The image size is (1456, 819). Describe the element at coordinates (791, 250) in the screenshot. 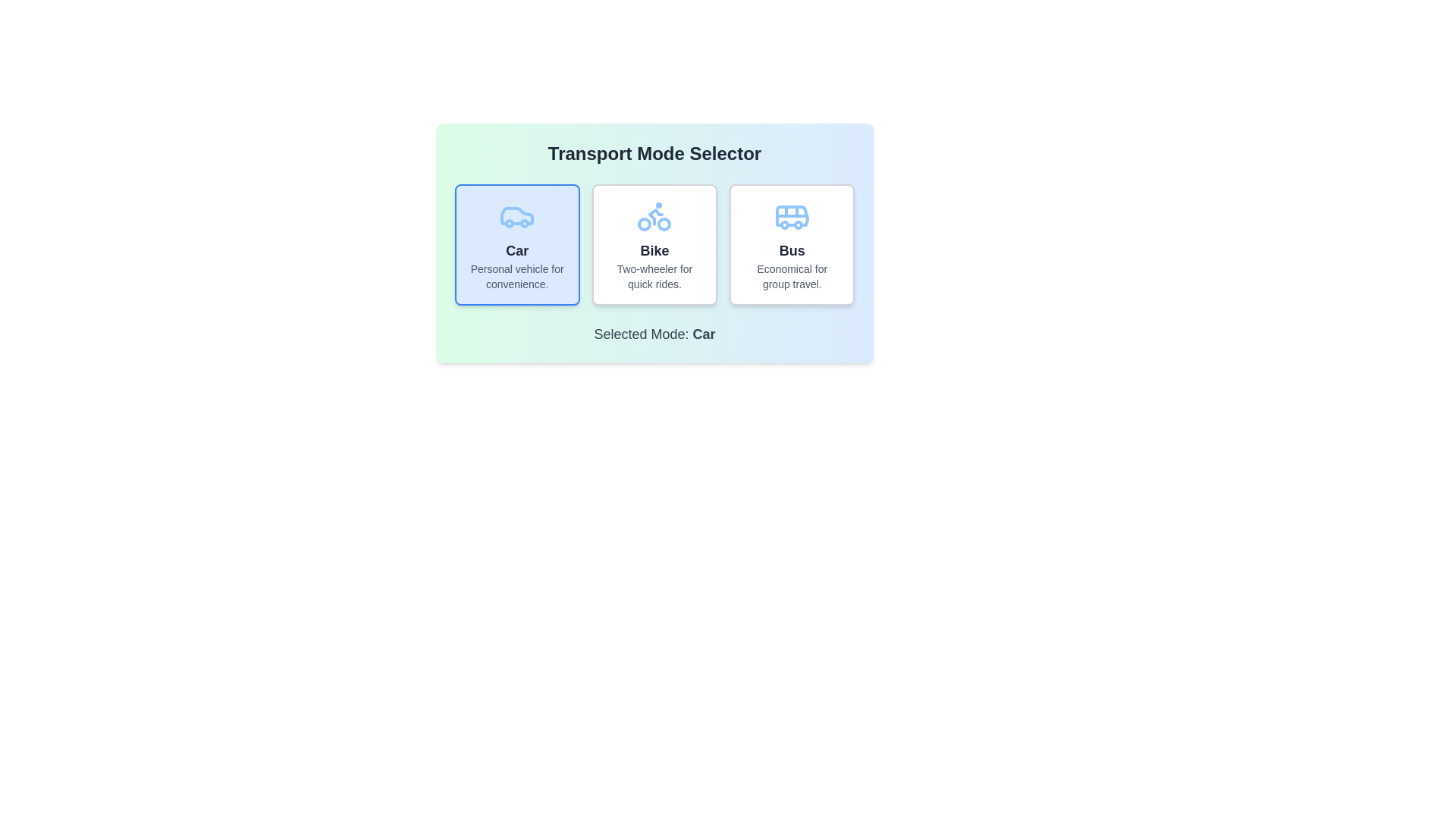

I see `text of the prominent text label displaying 'Bus', which is located in the rightmost card above the description 'Economical for group travel.' and below the blue bus icon` at that location.